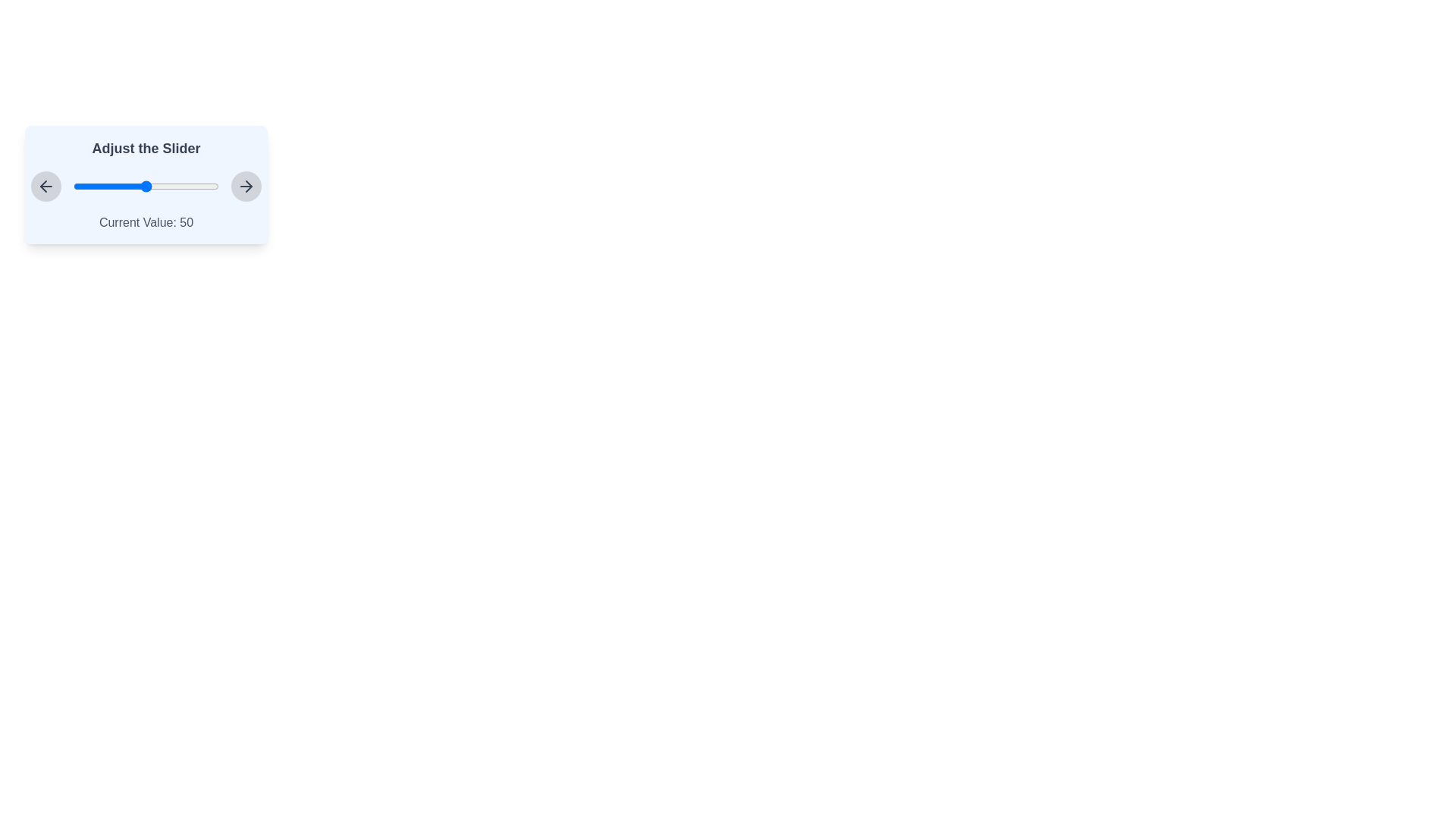 The height and width of the screenshot is (819, 1456). Describe the element at coordinates (171, 186) in the screenshot. I see `the slider` at that location.